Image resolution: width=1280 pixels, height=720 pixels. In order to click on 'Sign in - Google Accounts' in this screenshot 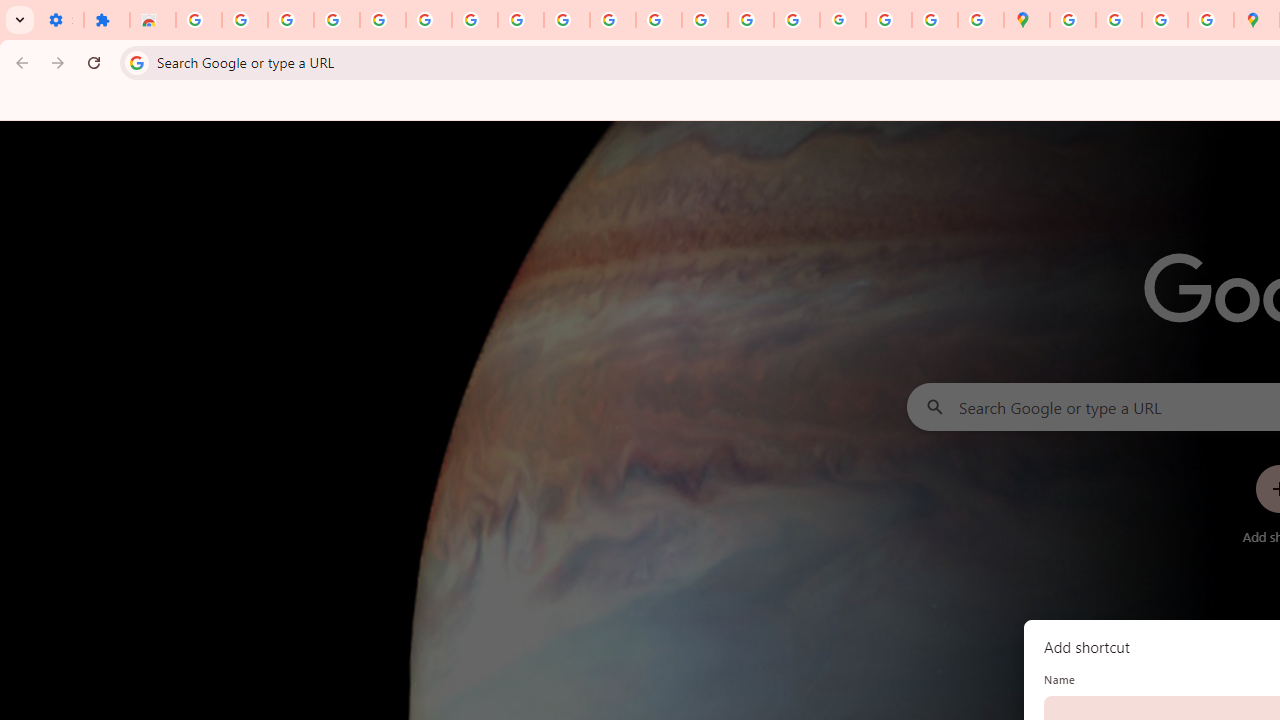, I will do `click(198, 20)`.